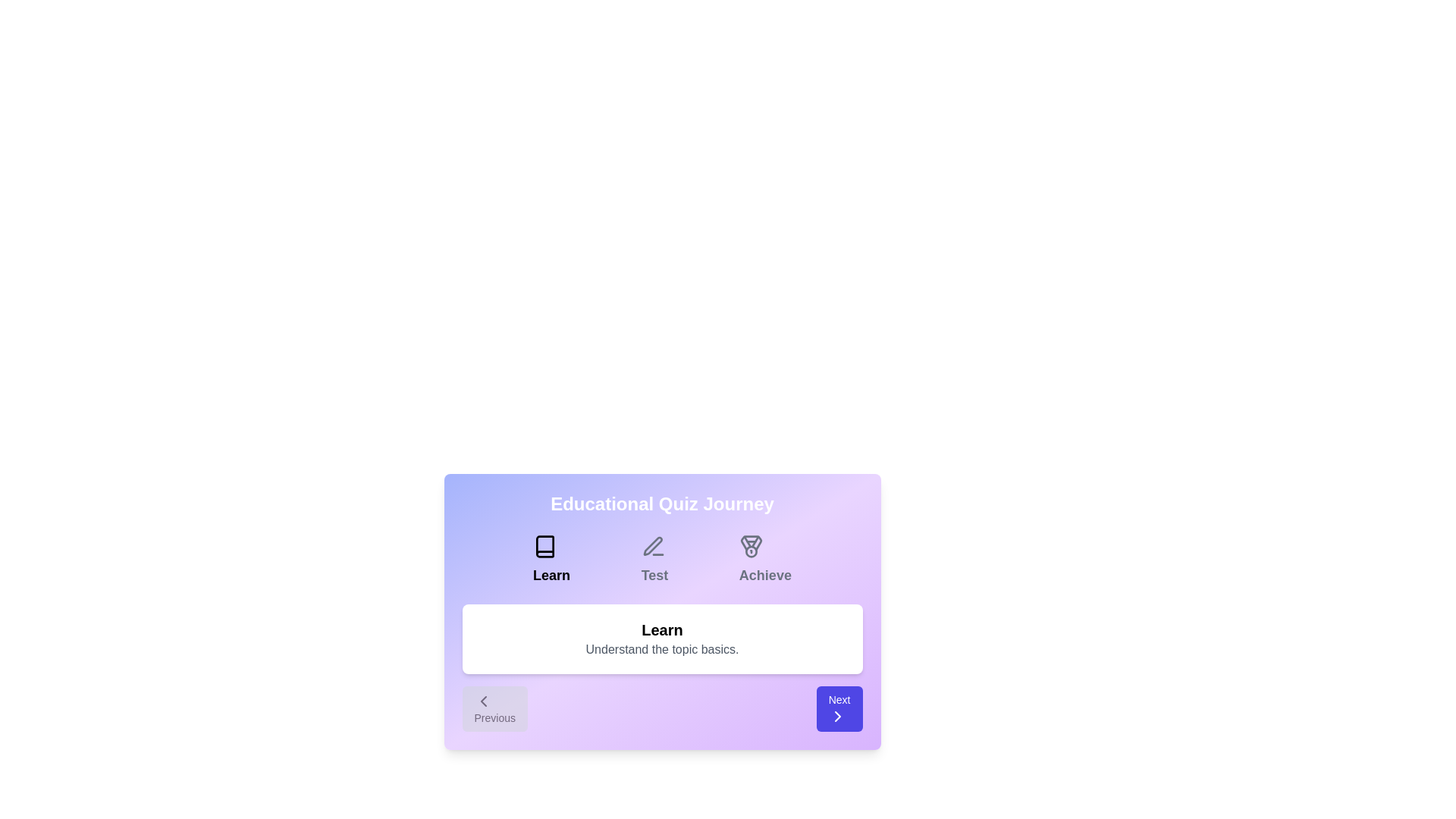 The width and height of the screenshot is (1456, 819). What do you see at coordinates (652, 547) in the screenshot?
I see `the icon representing the stage Test to inspect its details` at bounding box center [652, 547].